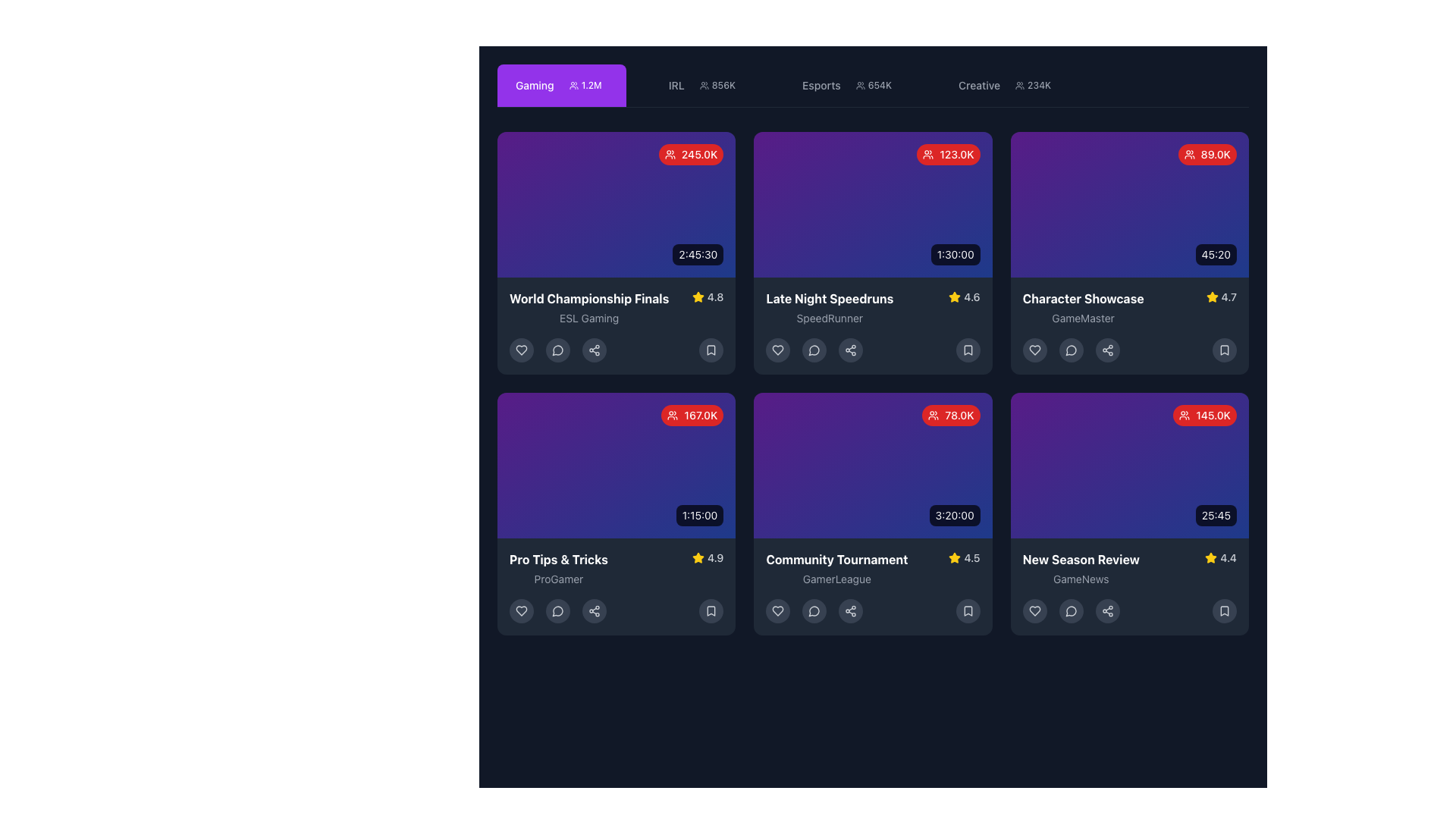  I want to click on text 'Late Night Speedruns' and 'SpeedRunner' from the Text component in the card layout, which is styled with bold white and light gray fonts respectively, located in the second column of the top row of the grid of cards, so click(829, 307).